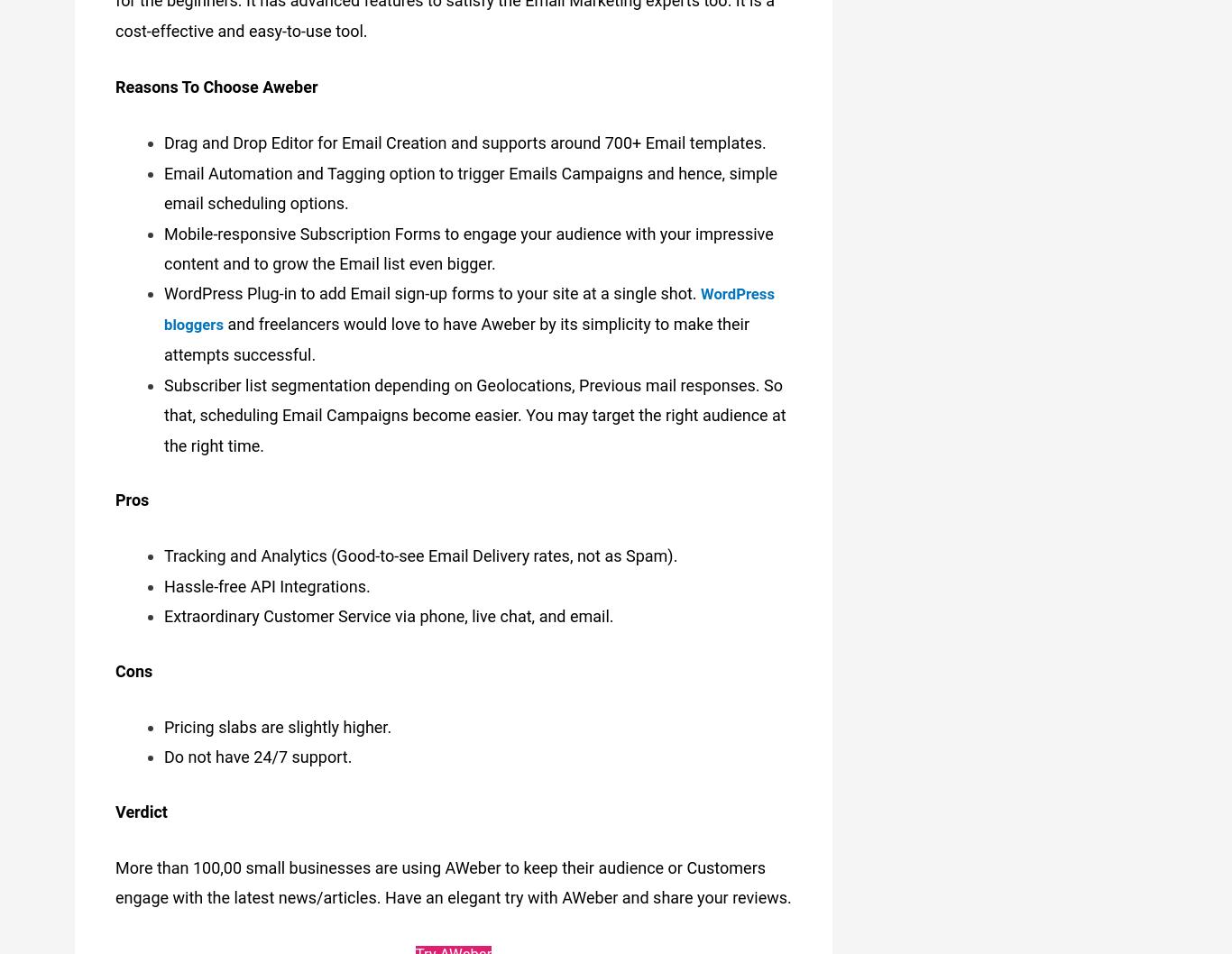 This screenshot has height=954, width=1232. What do you see at coordinates (474, 406) in the screenshot?
I see `'Subscriber list segmentation depending on Geolocations, Previous mail responses. So that, scheduling Email Campaigns become easier. You may target the right audience at the right time.'` at bounding box center [474, 406].